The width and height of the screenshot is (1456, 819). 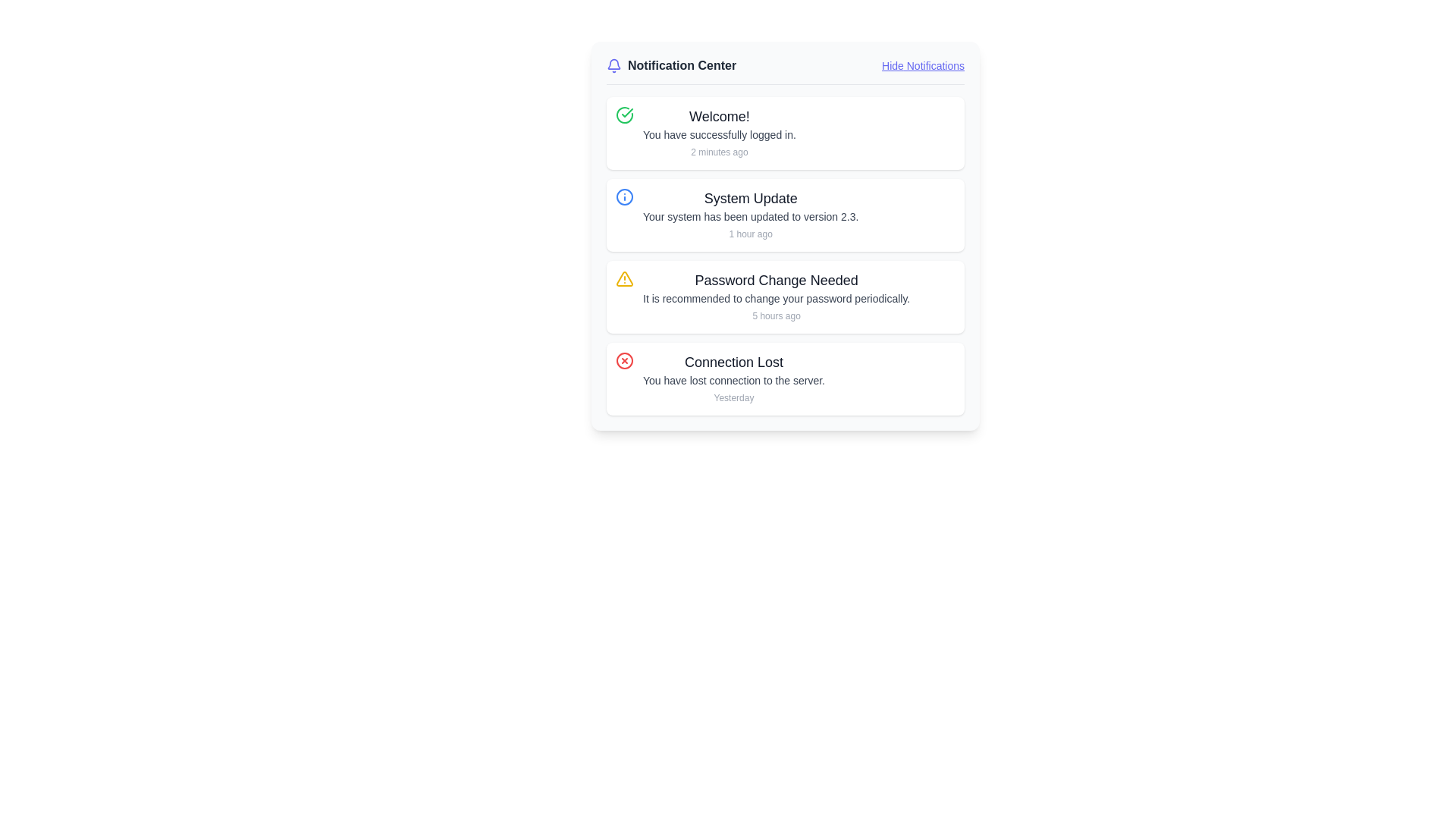 I want to click on the 'Connection Lost' notification text block, so click(x=734, y=378).